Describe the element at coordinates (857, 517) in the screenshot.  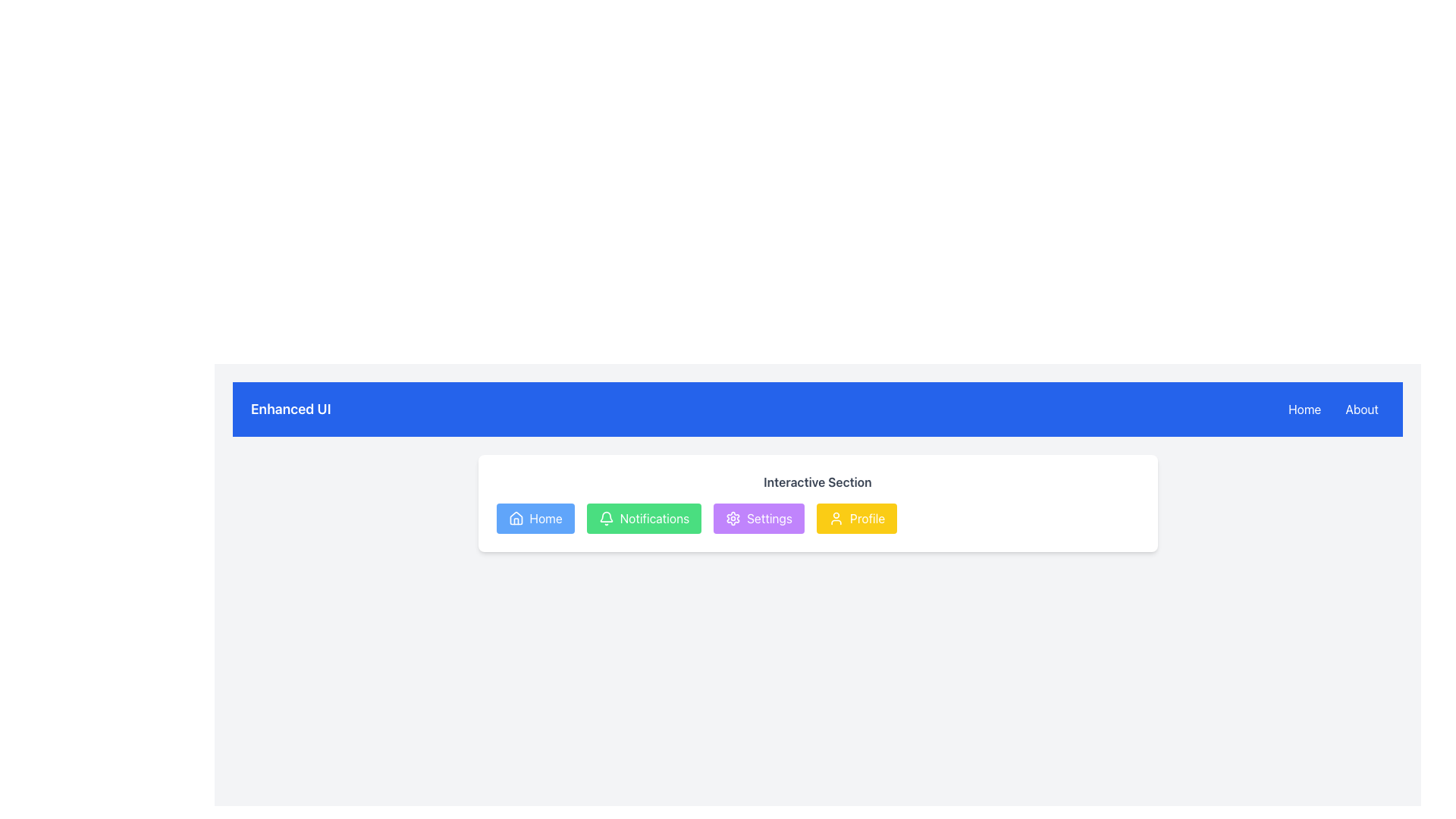
I see `the 'Profile' button, which is the last button in a group with a yellow background and rounded corners` at that location.